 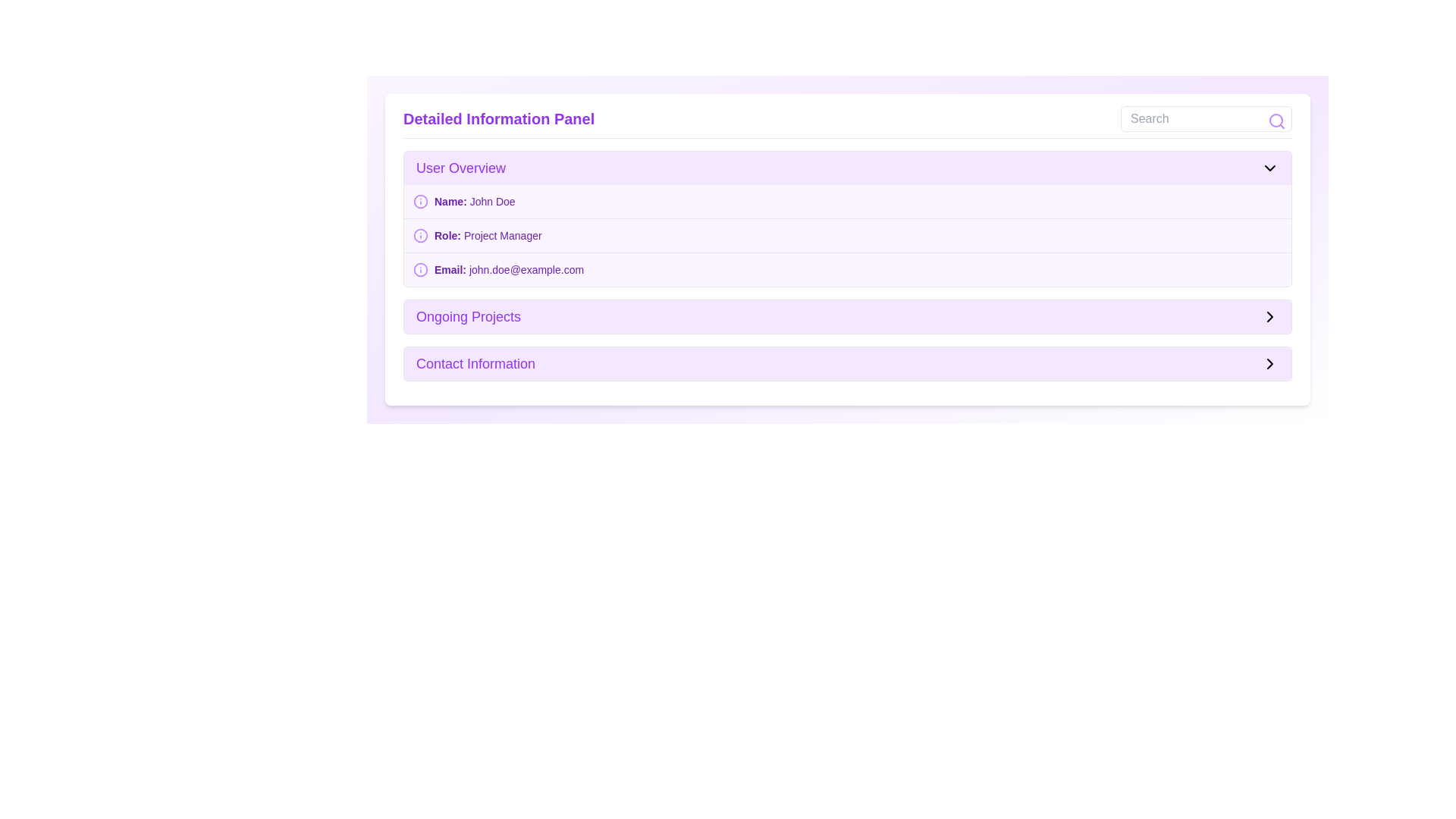 I want to click on the informational icon located to the left of the text 'Name: John Doe' in the 'User Overview' section of the 'Detailed Information Panel', so click(x=421, y=201).